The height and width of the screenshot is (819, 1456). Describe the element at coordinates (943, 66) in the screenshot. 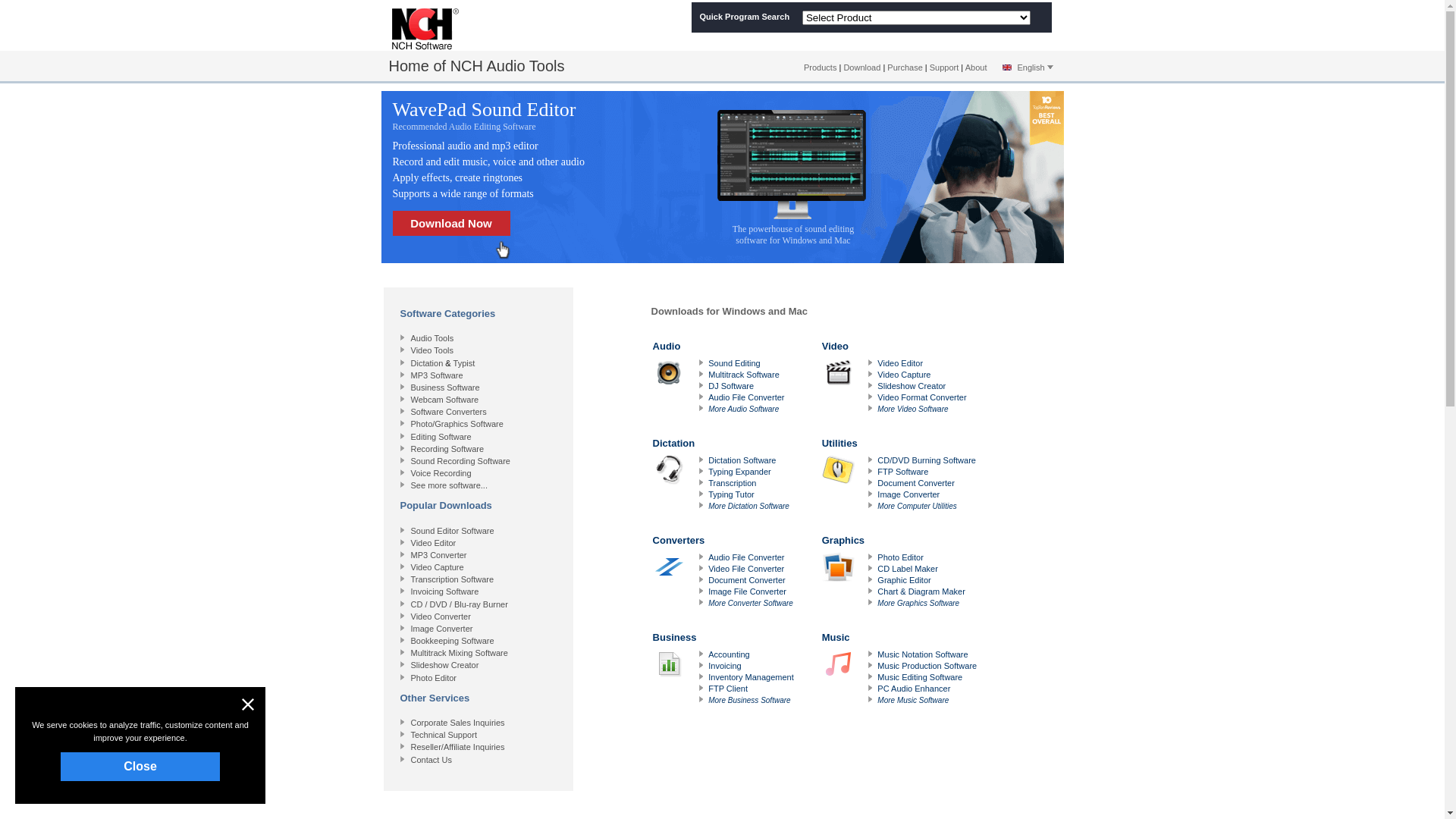

I see `'Support'` at that location.